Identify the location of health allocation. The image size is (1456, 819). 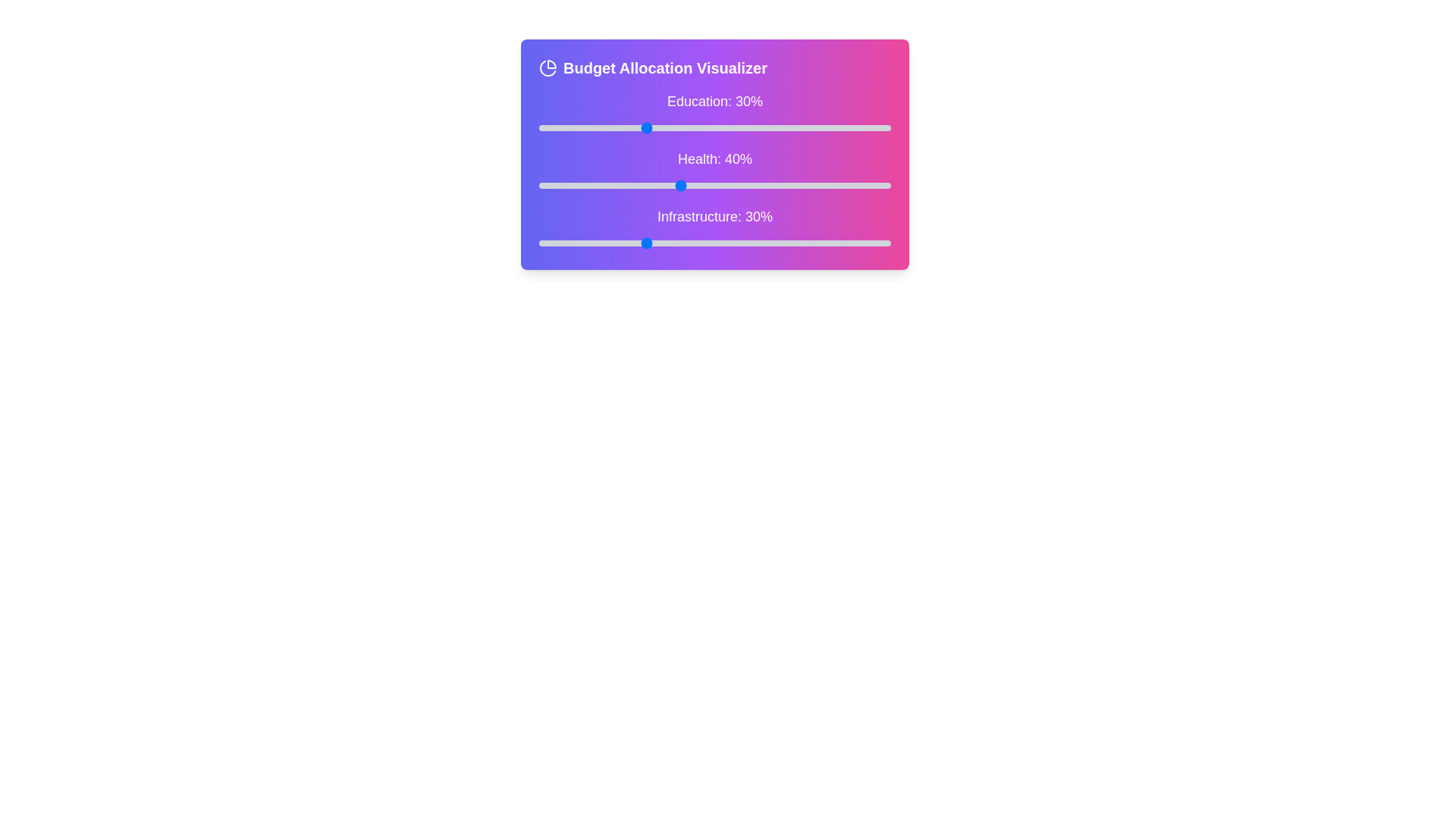
(830, 185).